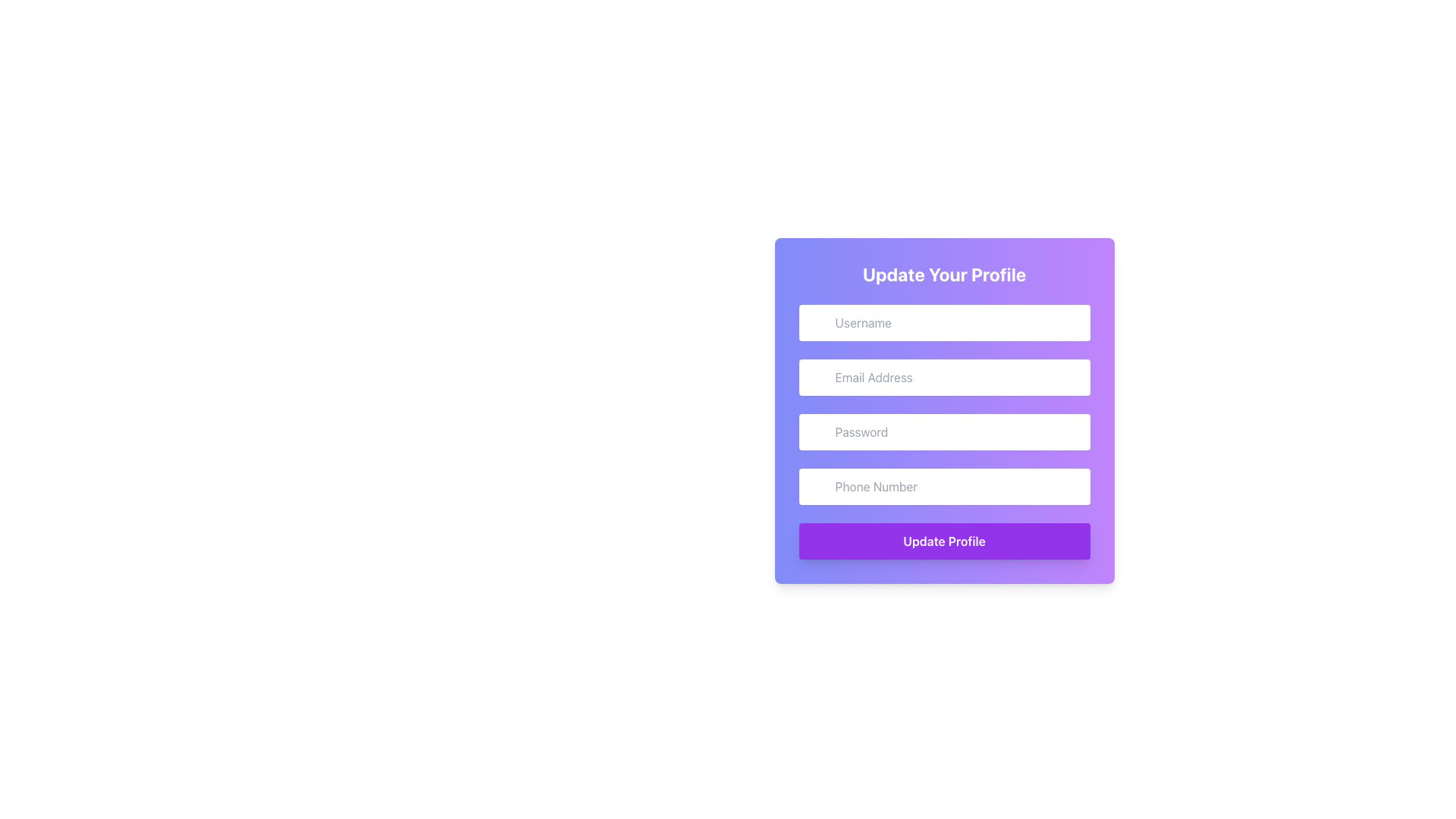  I want to click on over the text input box labeled 'Phone Number', which has rounded corners and a white background, so click(943, 486).